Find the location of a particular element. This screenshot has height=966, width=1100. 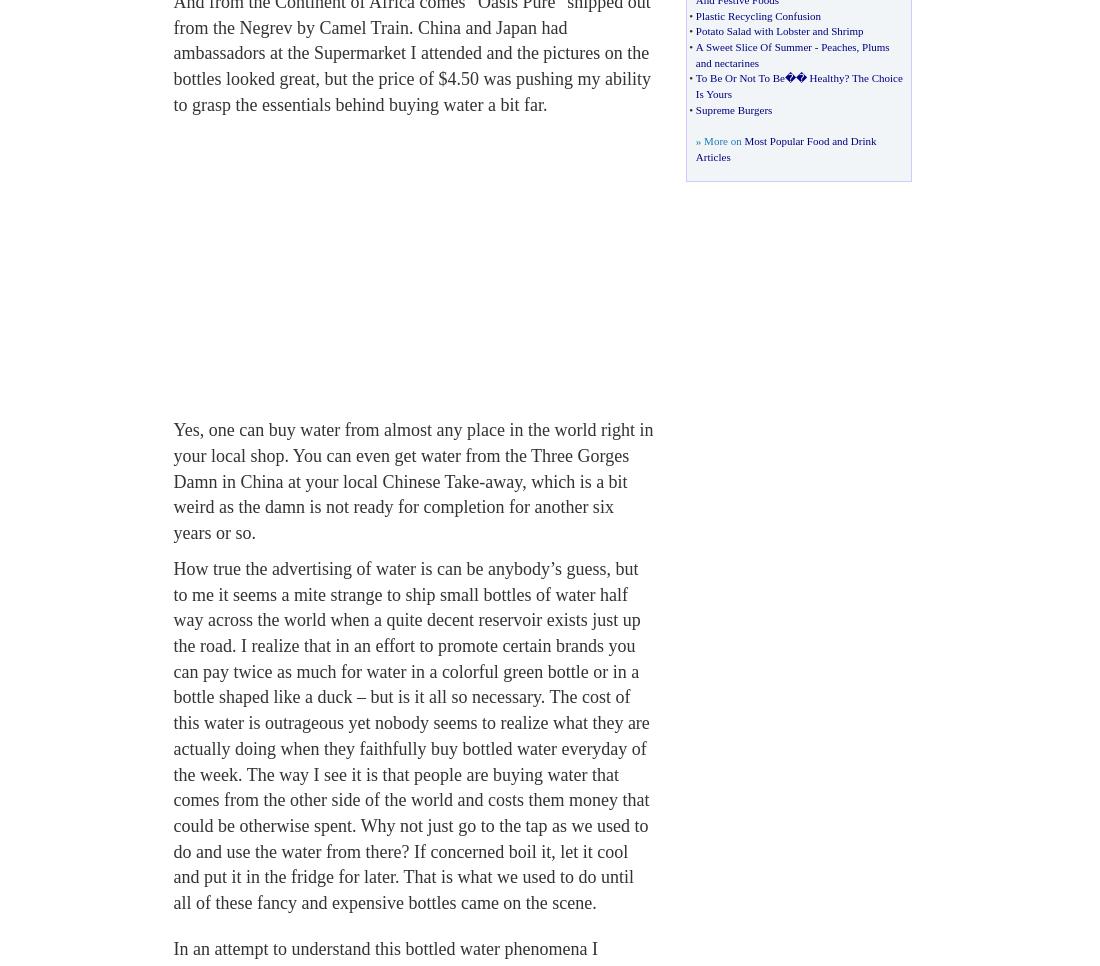

'Yes, one can buy water from almost any place in the world right in your local shop. You can even get water from the Three Gorges Damn in China at your local Chinese Take-away, which is a bit weird as the damn is not ready for completion for another six years or so.' is located at coordinates (412, 481).